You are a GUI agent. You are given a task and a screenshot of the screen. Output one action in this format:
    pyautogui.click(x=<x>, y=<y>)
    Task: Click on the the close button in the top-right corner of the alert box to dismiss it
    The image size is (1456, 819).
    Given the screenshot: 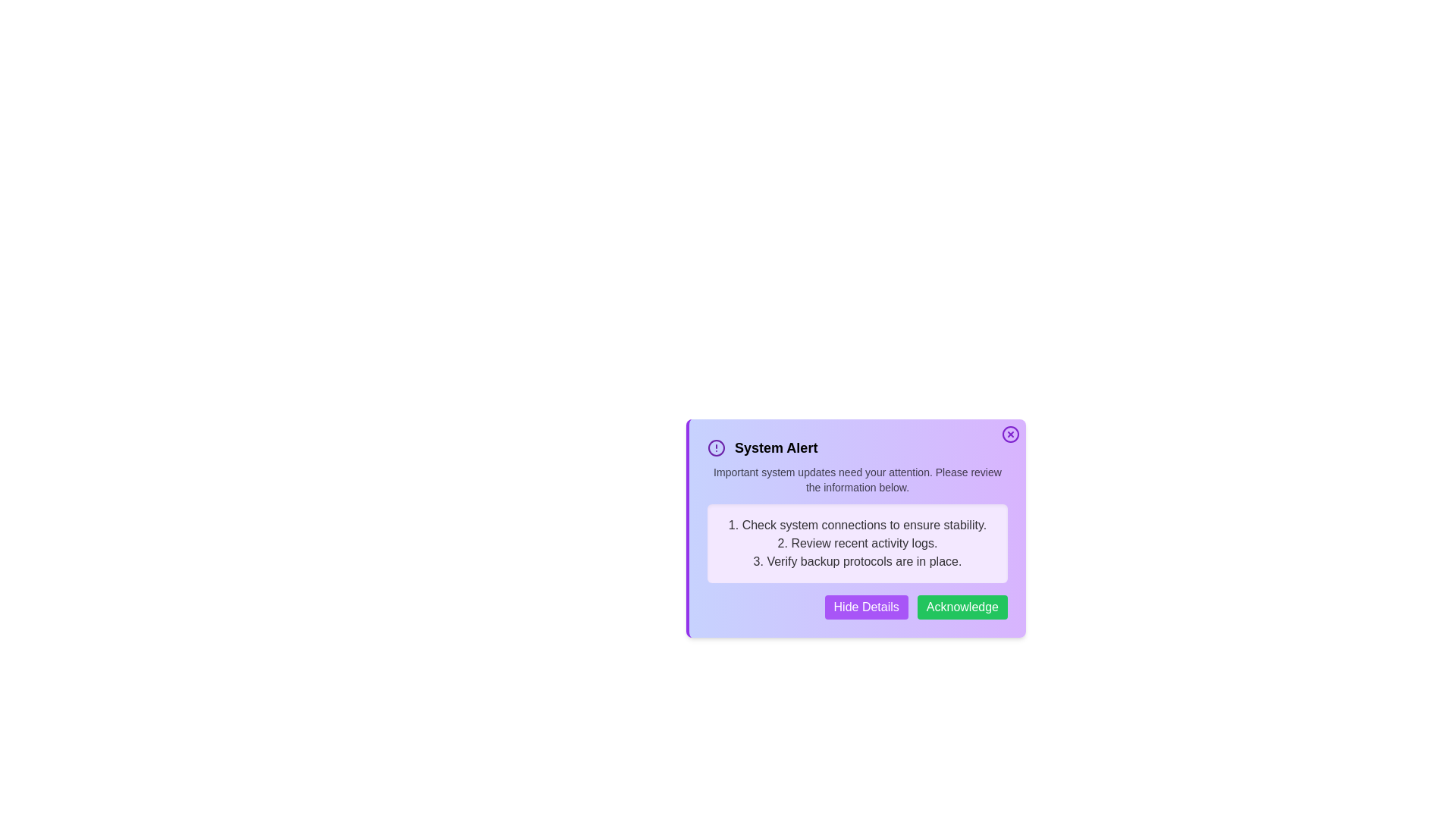 What is the action you would take?
    pyautogui.click(x=1011, y=435)
    